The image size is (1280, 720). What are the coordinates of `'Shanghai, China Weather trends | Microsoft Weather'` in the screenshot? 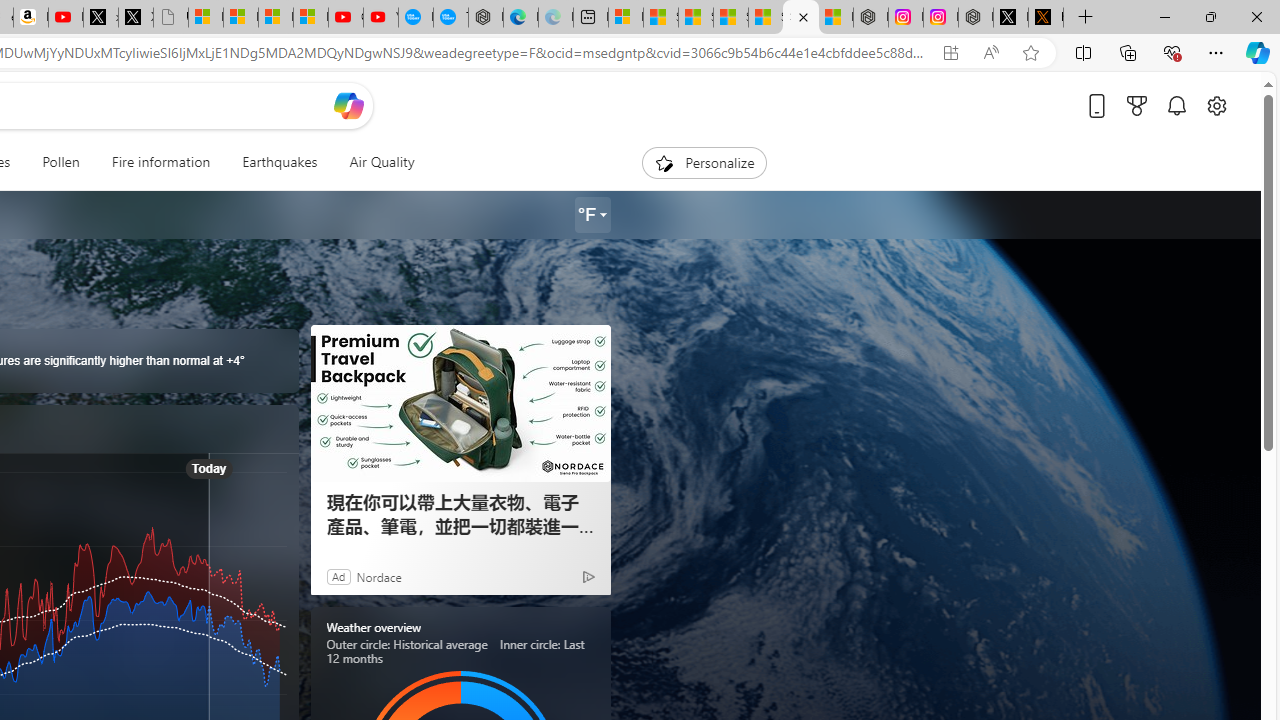 It's located at (800, 17).